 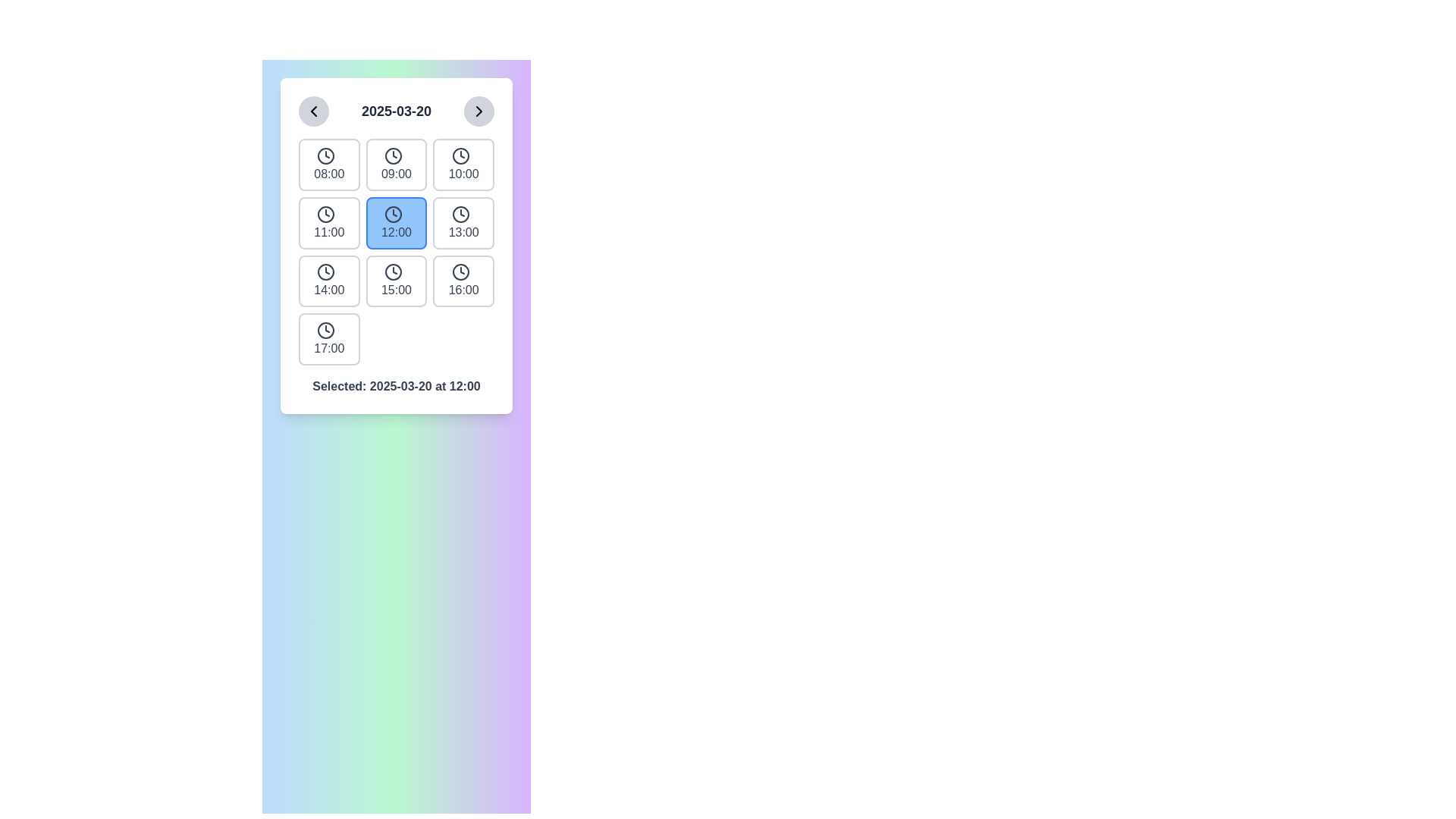 I want to click on the clock icon indicating the '17:00' time slot, located in the bottom row, leftmost column, so click(x=325, y=330).